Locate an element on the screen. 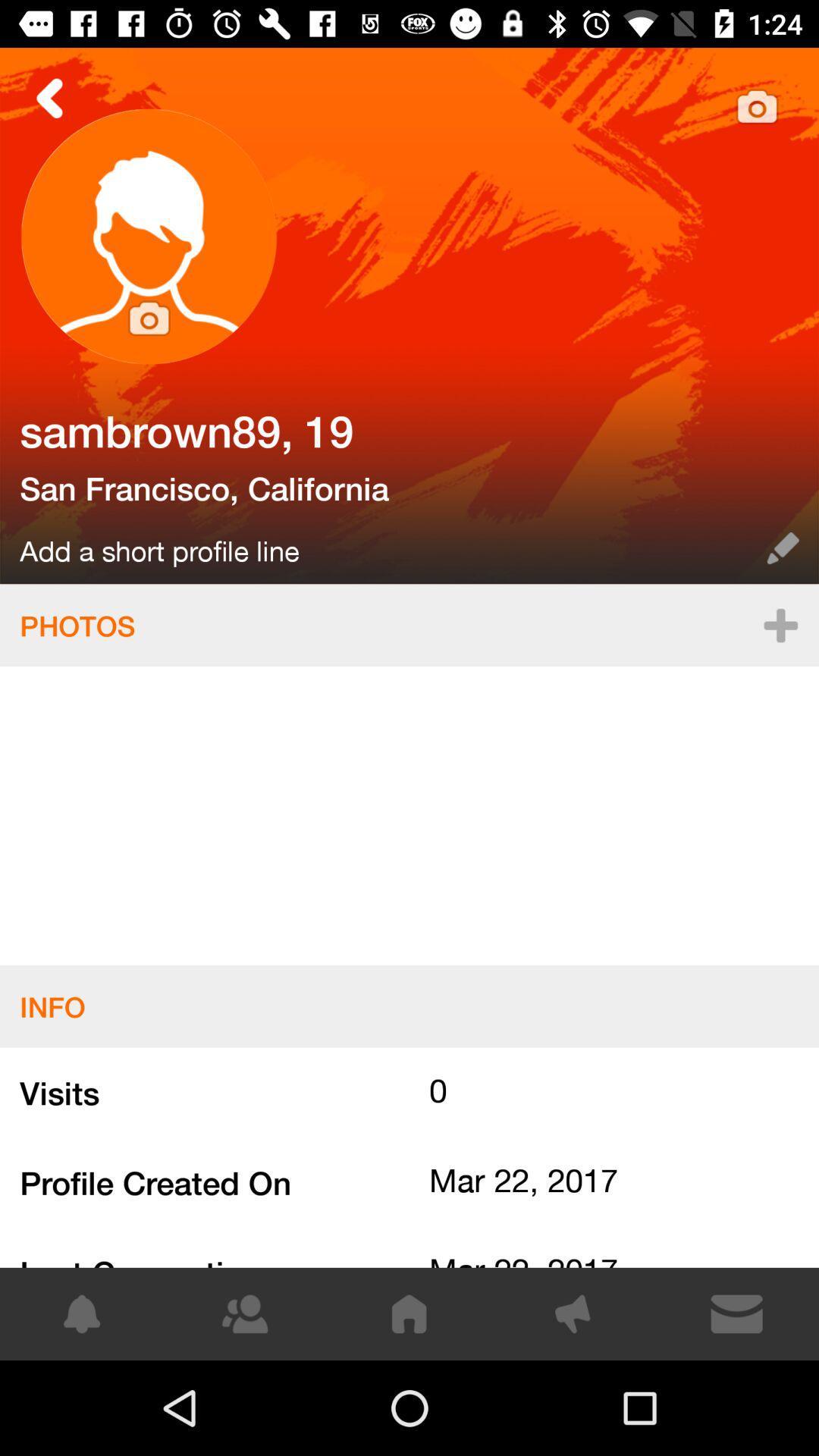 The width and height of the screenshot is (819, 1456). the item above the photos icon is located at coordinates (382, 548).